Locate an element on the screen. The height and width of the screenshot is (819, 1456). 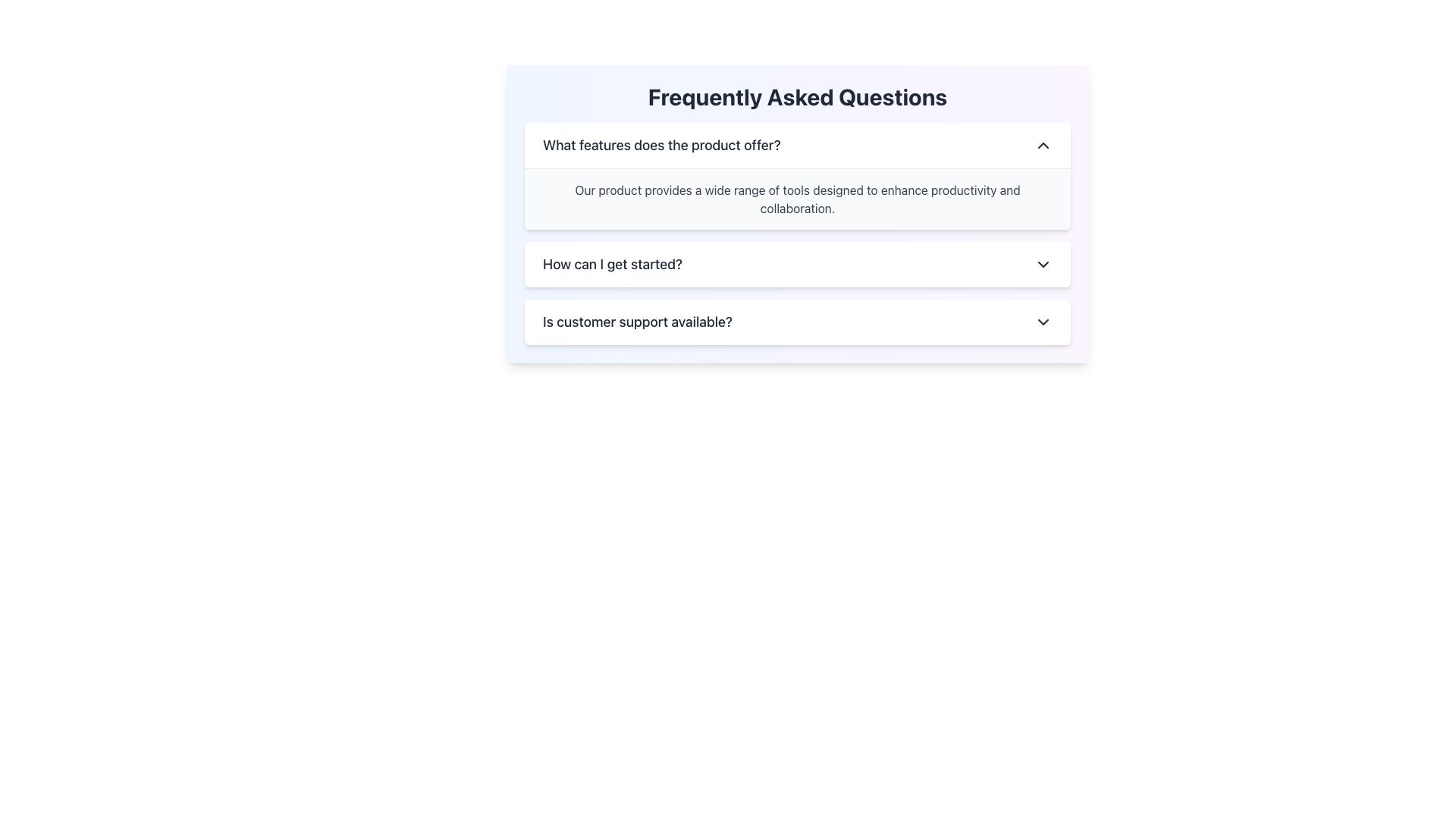
descriptive content of the expandable FAQ item titled 'What features does the product offer?' located at the top of the FAQ list is located at coordinates (796, 175).